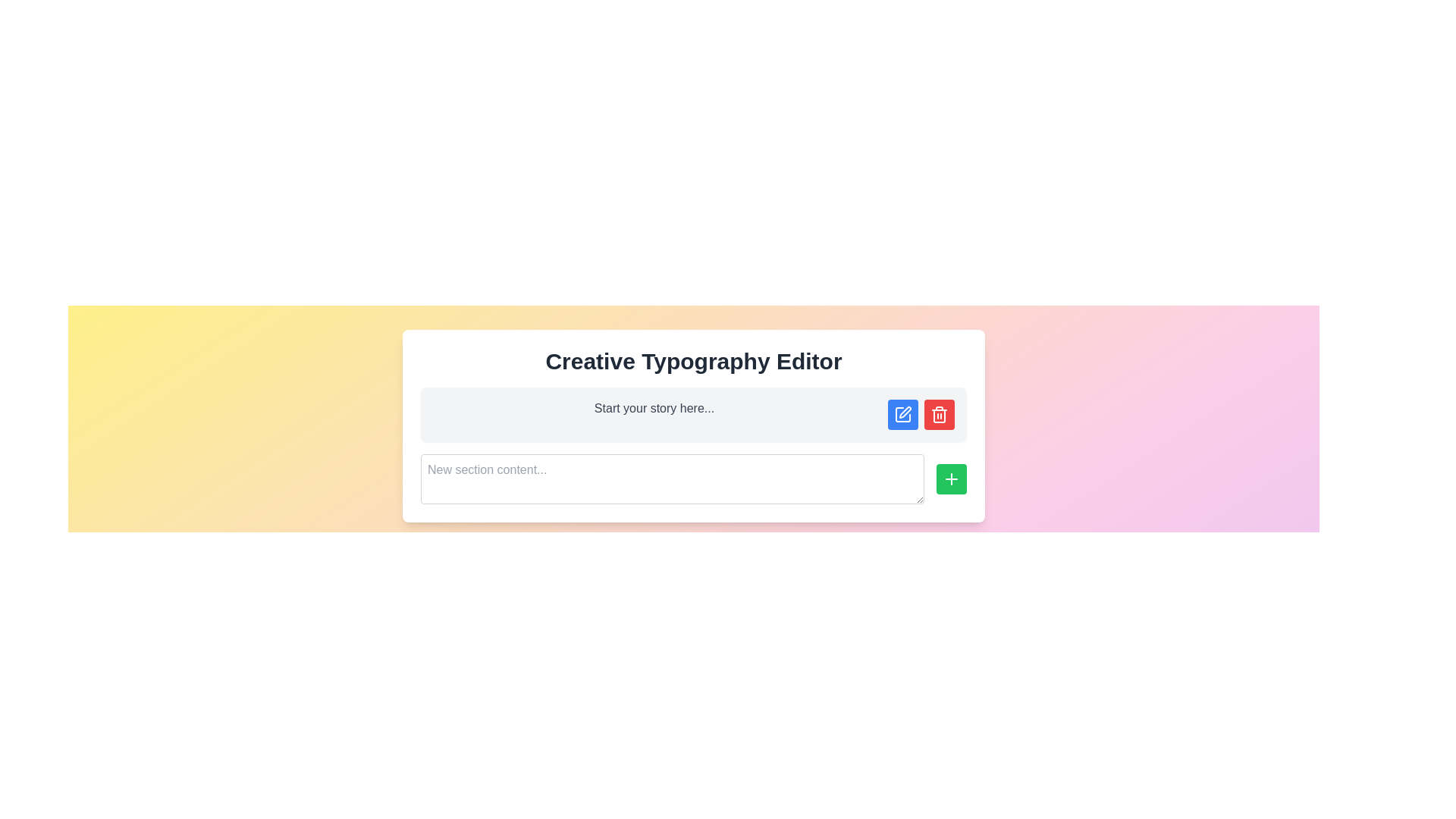  Describe the element at coordinates (938, 415) in the screenshot. I see `the delete icon located within the red circular button on the right side of the interface` at that location.